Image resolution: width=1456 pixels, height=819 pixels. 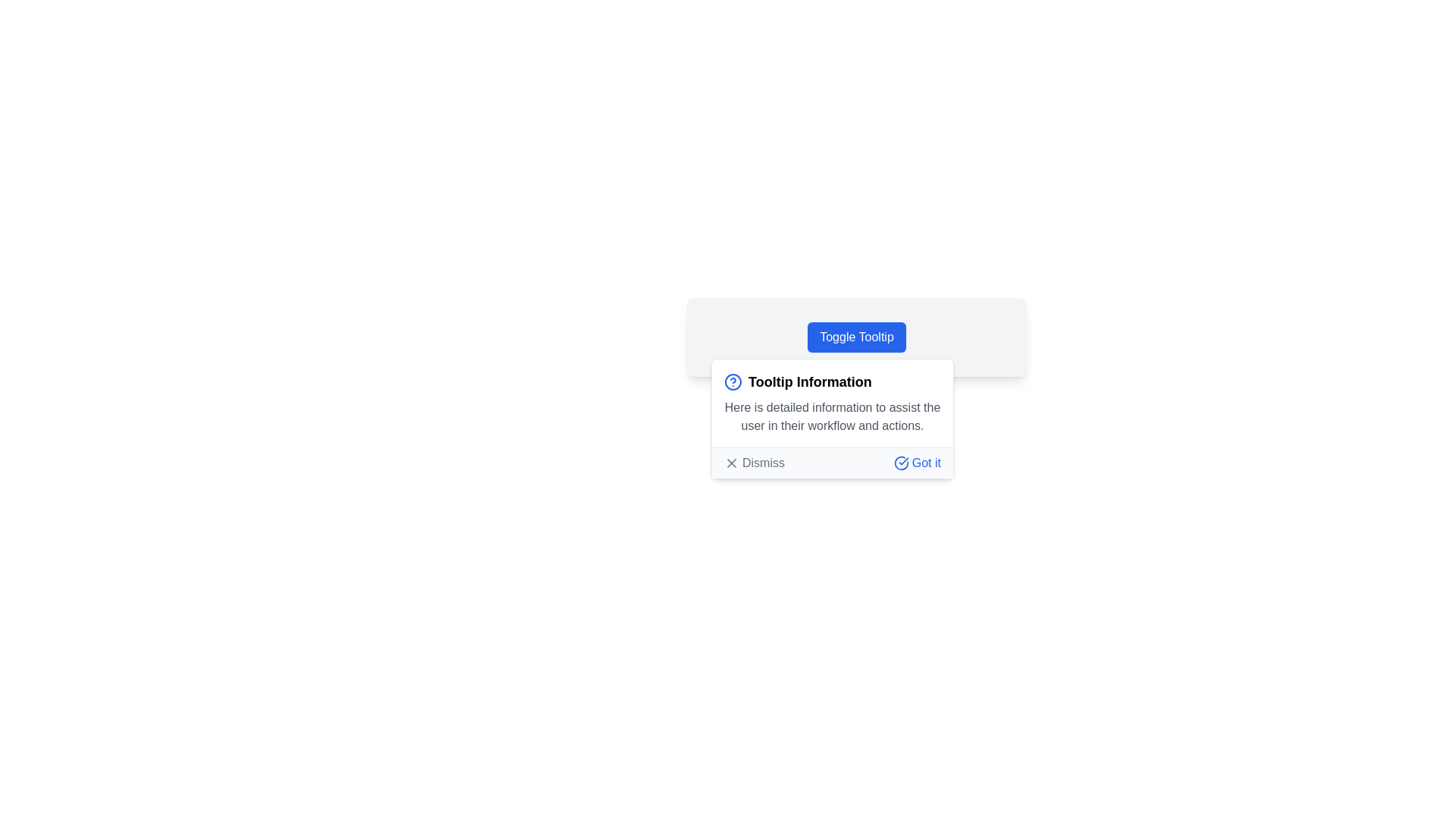 I want to click on the 'Dismiss' button located at the bottom of the tooltip, so click(x=832, y=461).